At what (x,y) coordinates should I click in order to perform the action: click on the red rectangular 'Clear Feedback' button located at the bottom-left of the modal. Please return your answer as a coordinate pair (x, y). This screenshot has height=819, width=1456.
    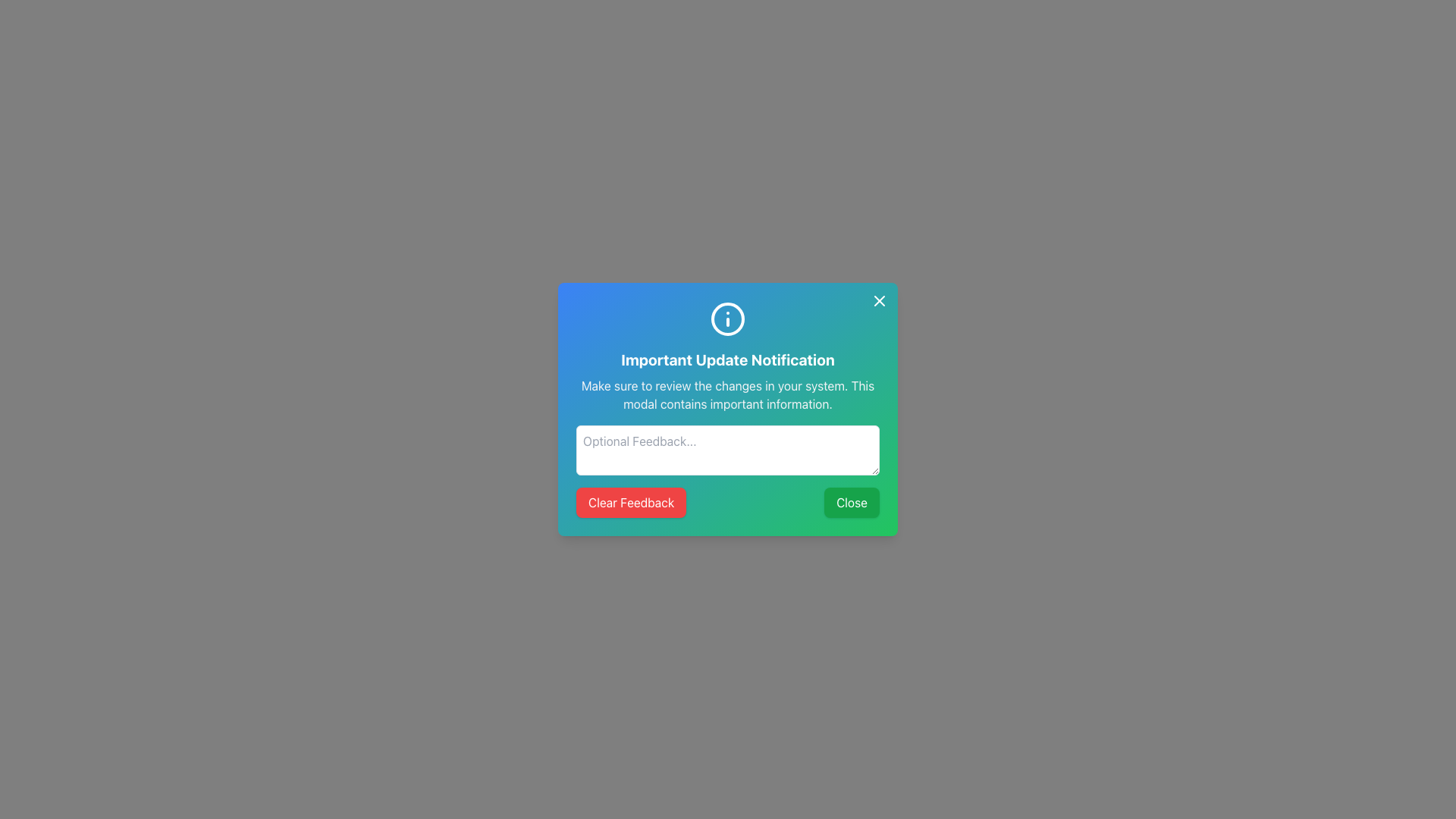
    Looking at the image, I should click on (631, 503).